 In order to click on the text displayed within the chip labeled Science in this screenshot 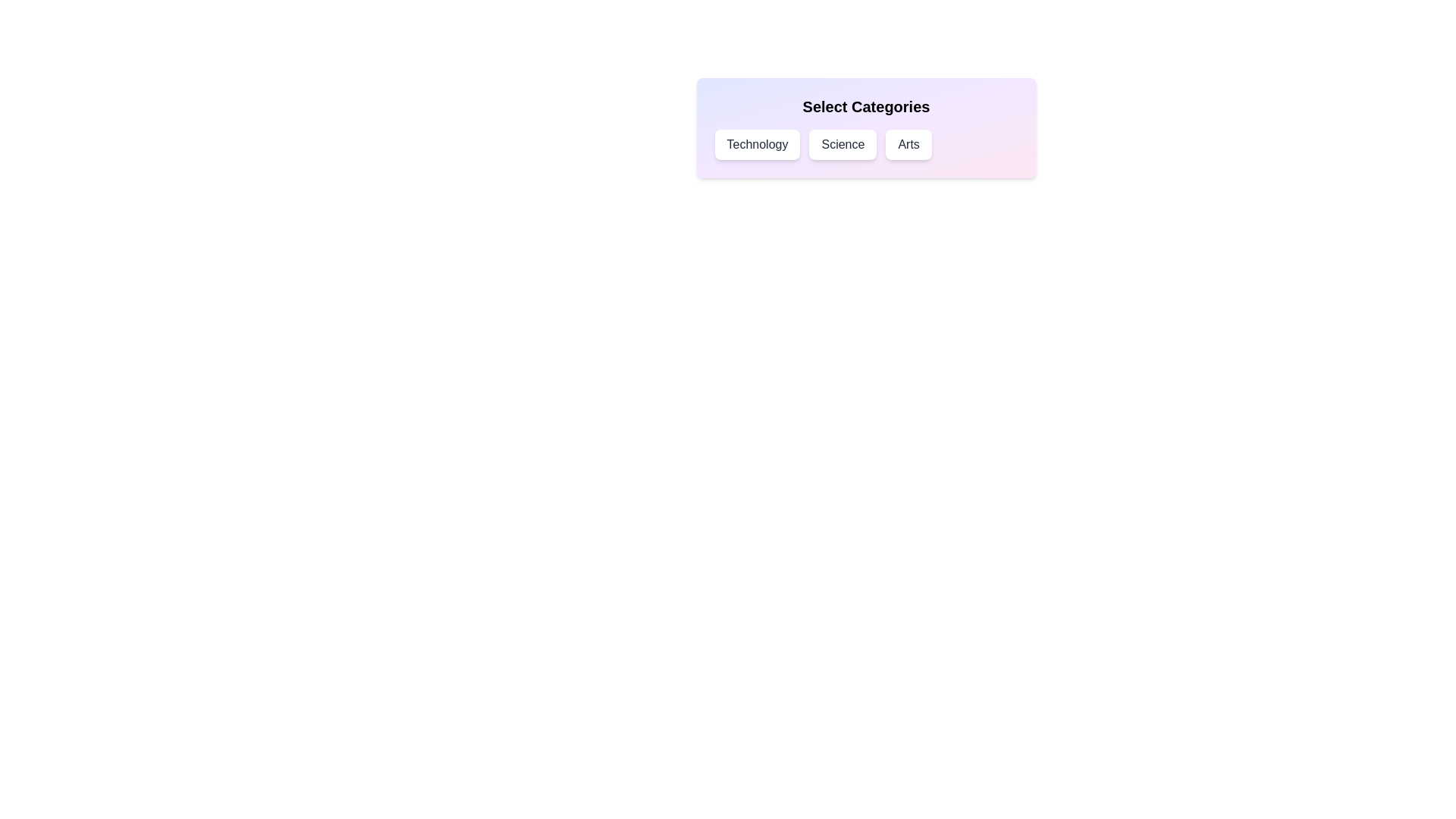, I will do `click(842, 145)`.